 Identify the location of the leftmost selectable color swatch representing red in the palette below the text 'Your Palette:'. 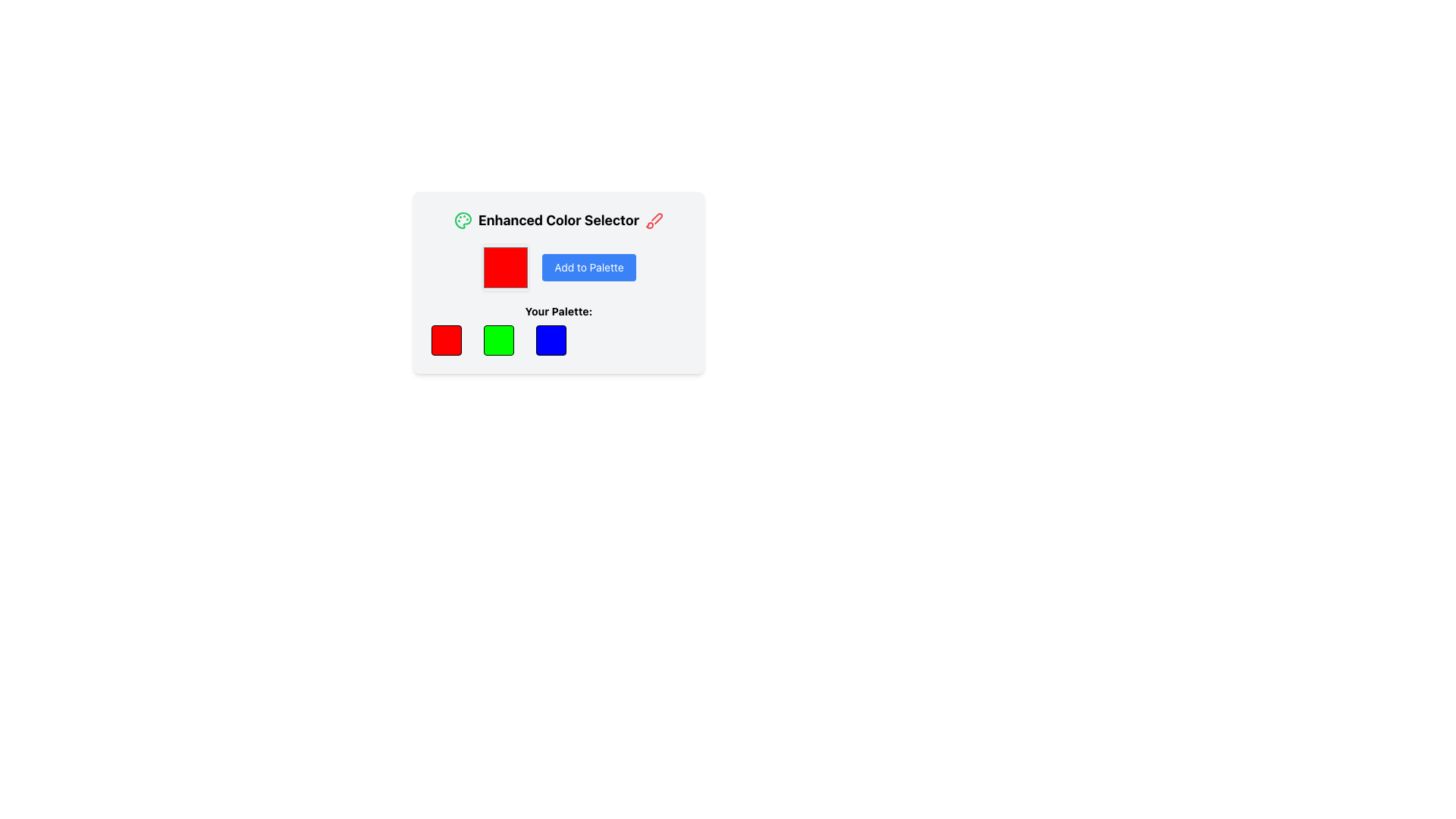
(446, 339).